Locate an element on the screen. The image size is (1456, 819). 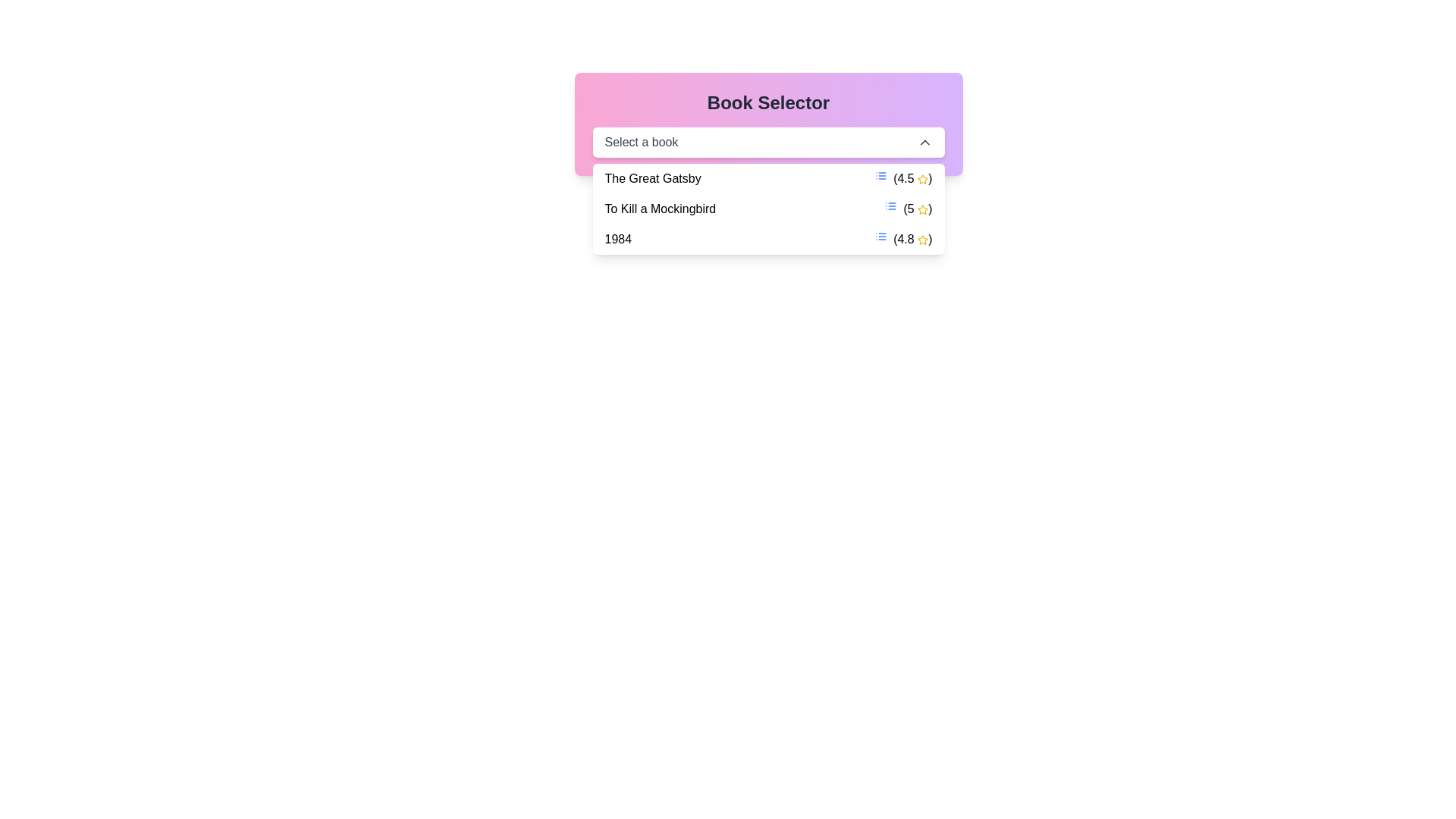
the star icon used to denote the favorite status for the item '1984', which is positioned to the right of the numerical rating '4.8' is located at coordinates (922, 239).